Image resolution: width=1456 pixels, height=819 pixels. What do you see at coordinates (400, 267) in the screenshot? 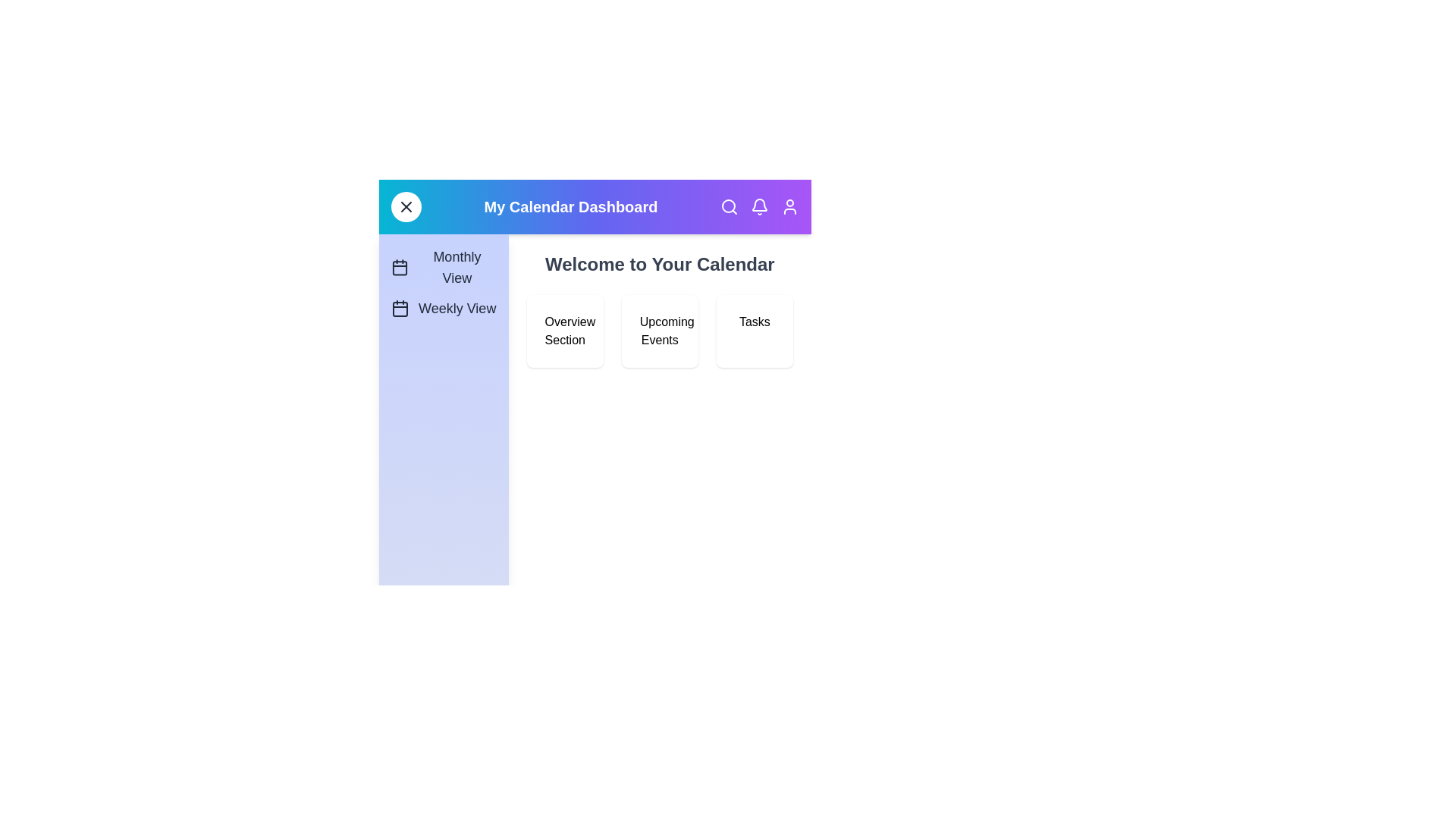
I see `the 'Monthly View' calendar icon located in the navigation sidebar, which is positioned adjacent to the text label 'Monthly View'` at bounding box center [400, 267].